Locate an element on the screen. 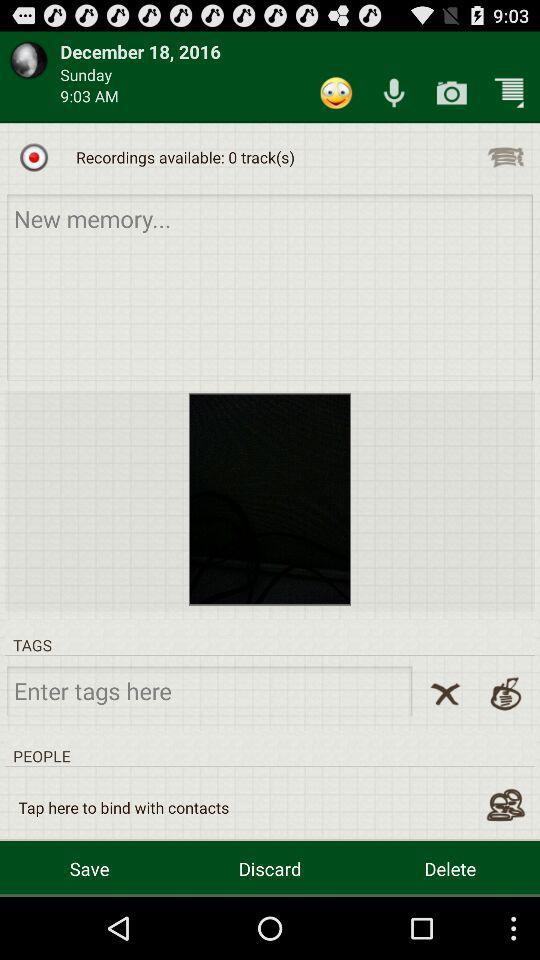 The width and height of the screenshot is (540, 960). app below 9:03 am app is located at coordinates (33, 156).